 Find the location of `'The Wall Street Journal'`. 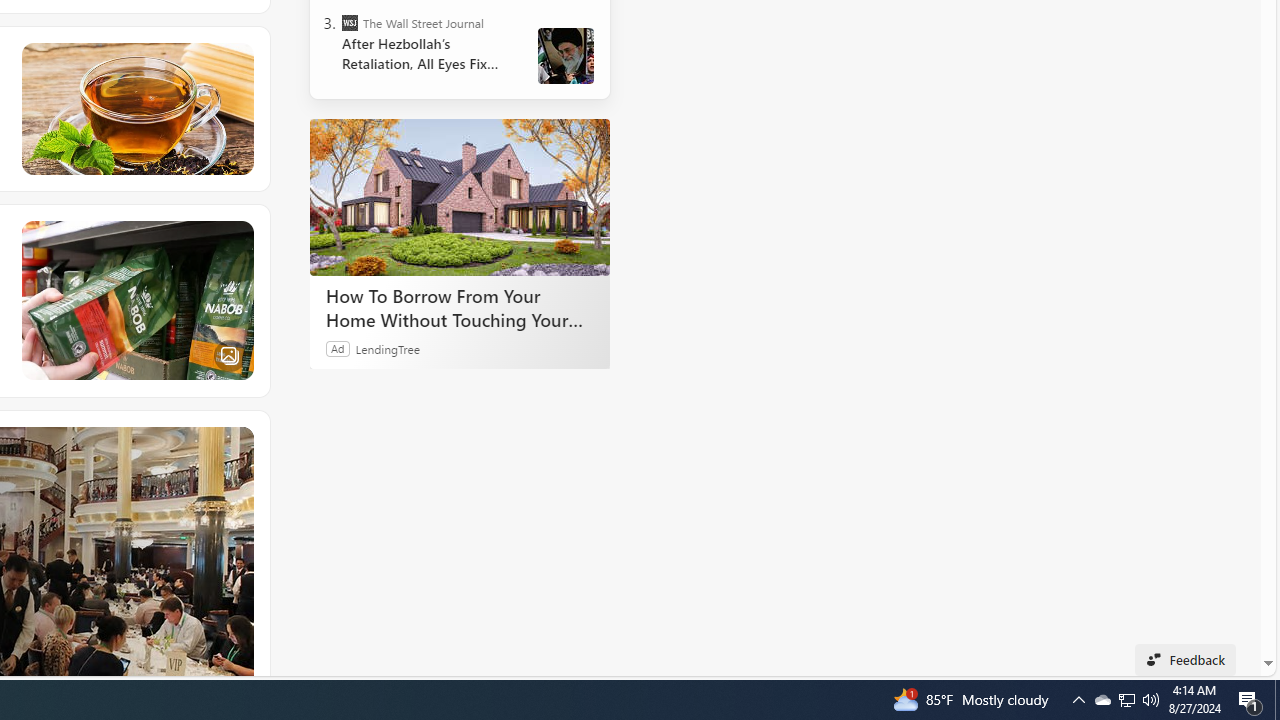

'The Wall Street Journal' is located at coordinates (350, 23).